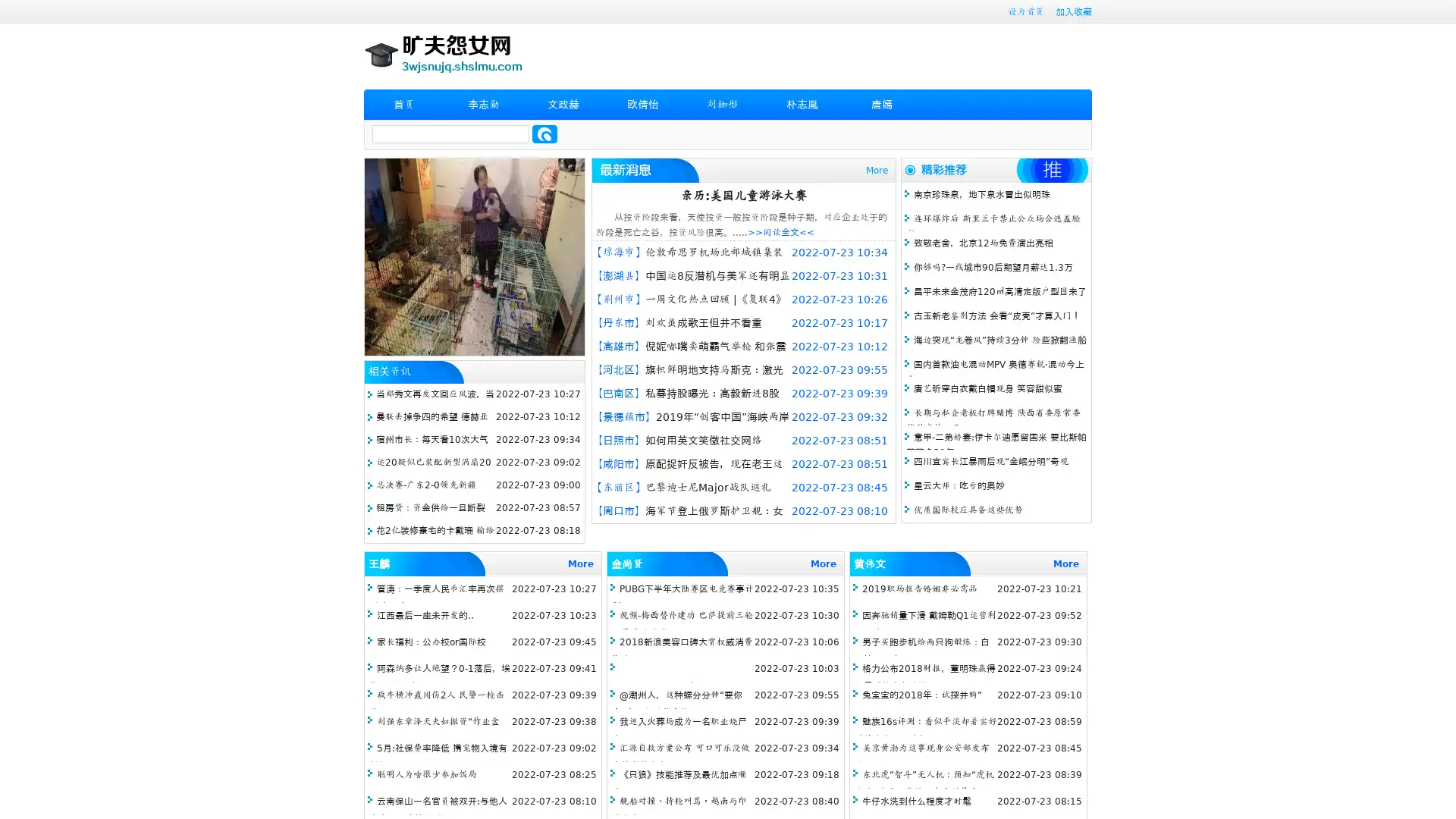  I want to click on Search, so click(544, 133).